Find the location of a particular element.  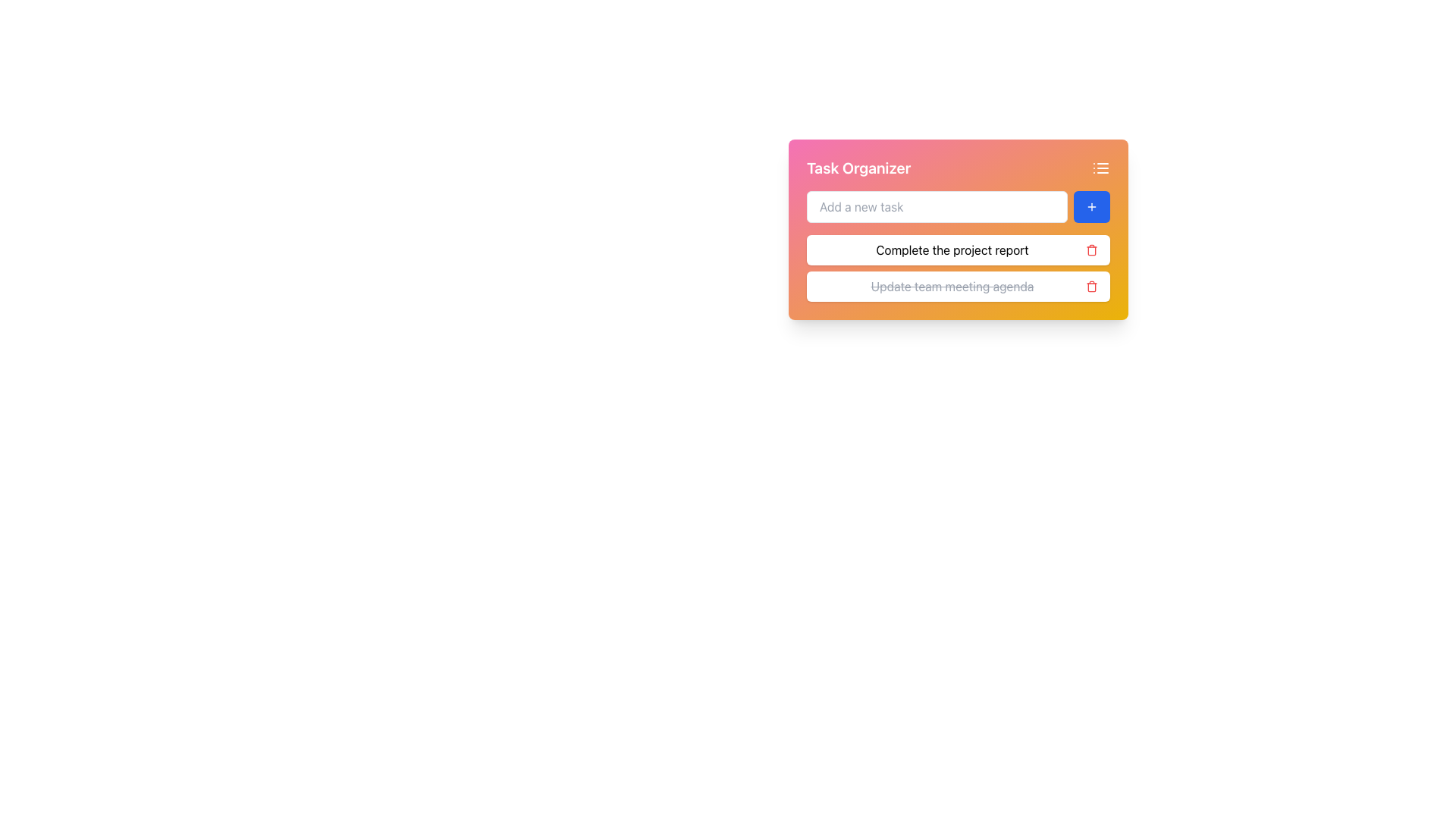

the task organizer module, which allows users is located at coordinates (957, 230).